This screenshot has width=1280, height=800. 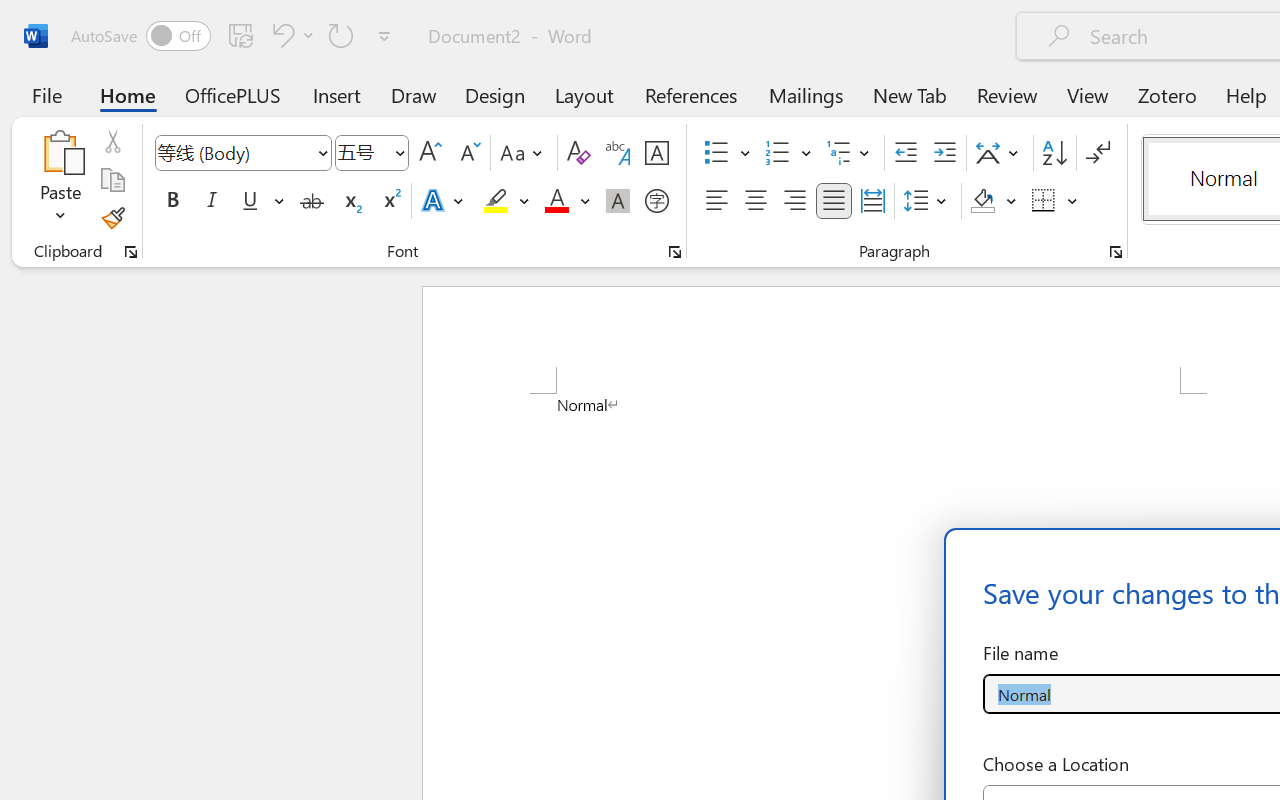 What do you see at coordinates (726, 153) in the screenshot?
I see `'Bullets'` at bounding box center [726, 153].